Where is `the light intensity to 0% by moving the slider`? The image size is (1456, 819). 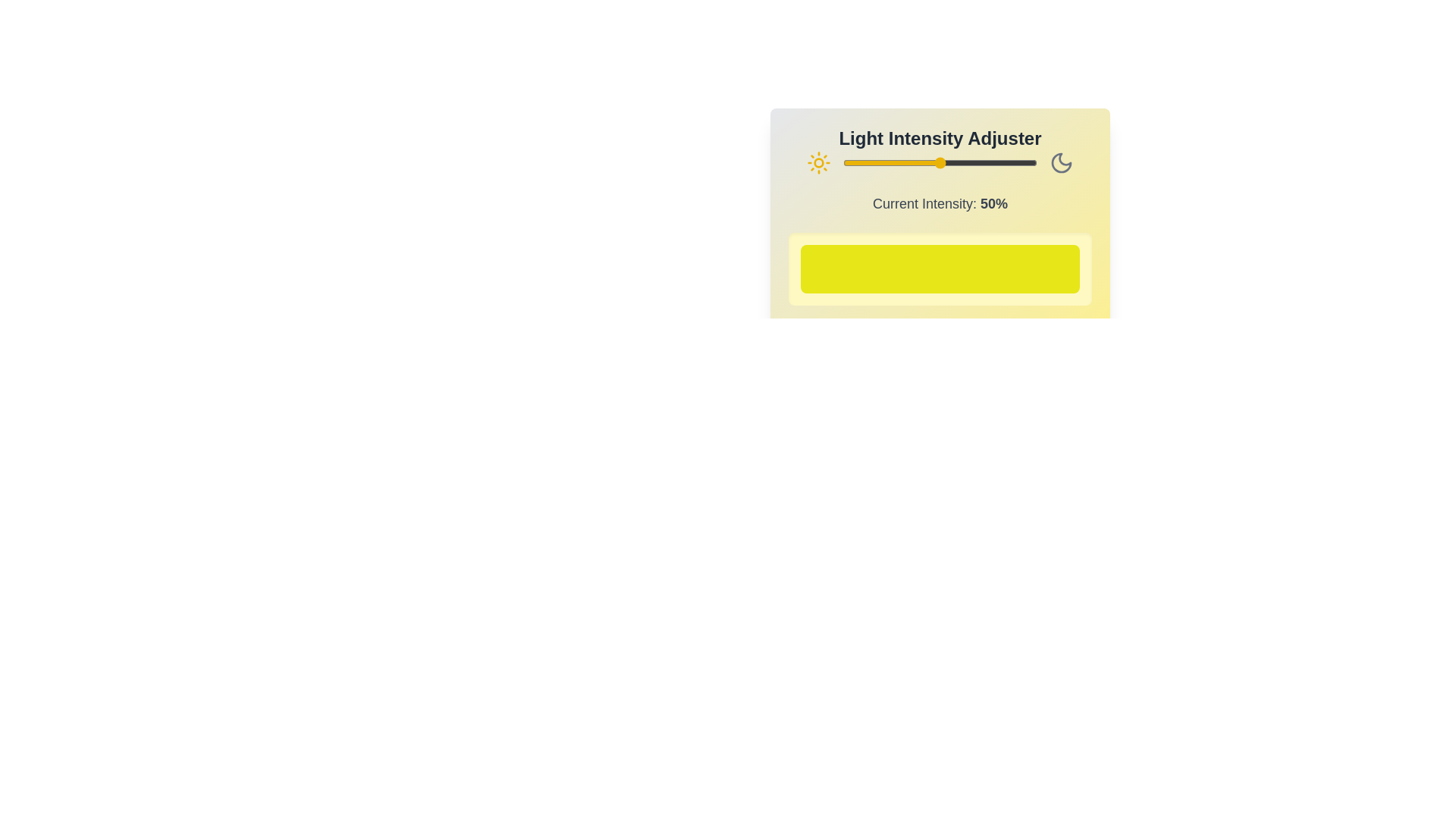
the light intensity to 0% by moving the slider is located at coordinates (843, 163).